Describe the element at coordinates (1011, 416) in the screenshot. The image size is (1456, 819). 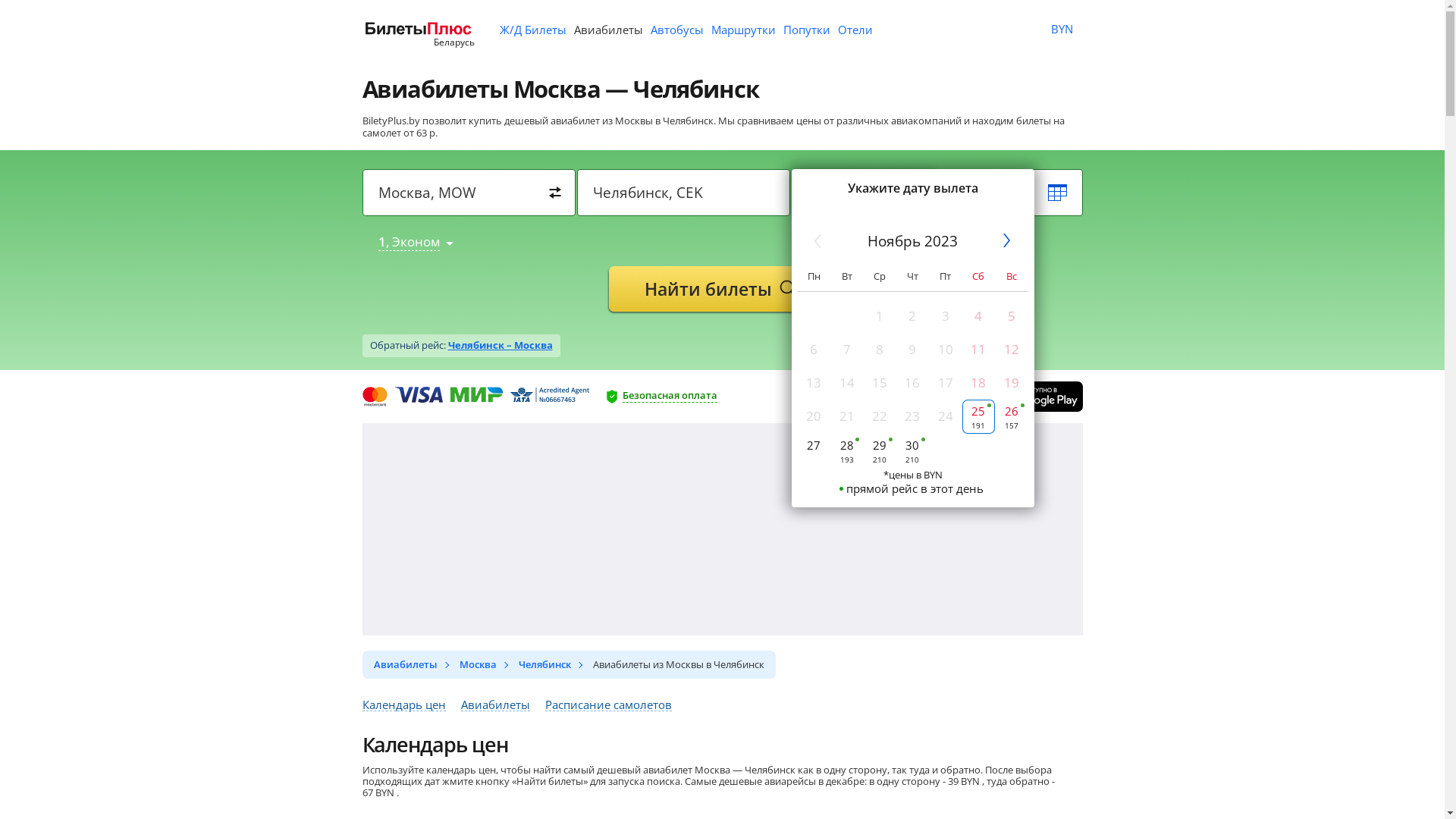
I see `'26'` at that location.